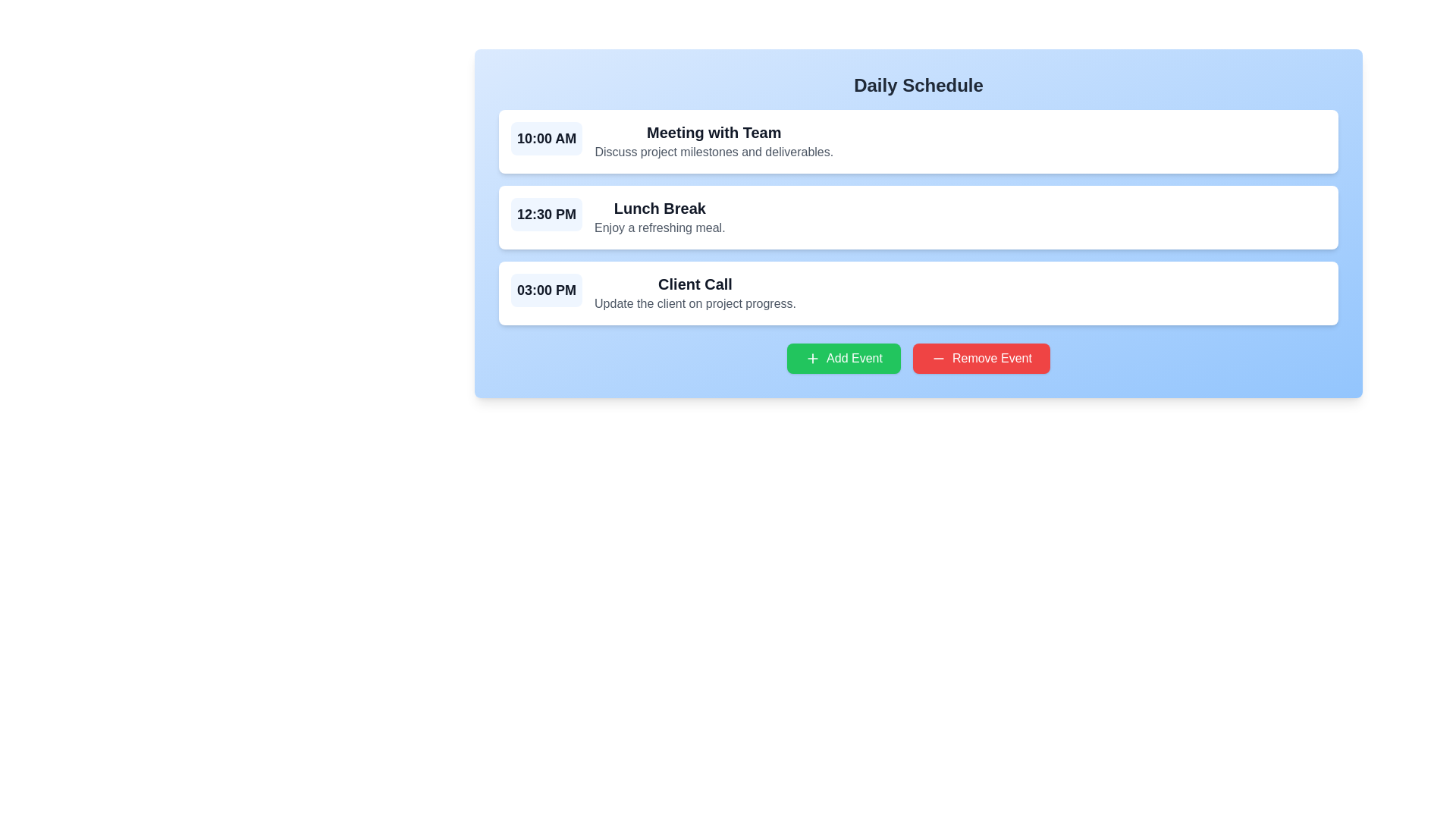 This screenshot has width=1456, height=819. Describe the element at coordinates (812, 359) in the screenshot. I see `the icon inside the green 'Add Event' button` at that location.